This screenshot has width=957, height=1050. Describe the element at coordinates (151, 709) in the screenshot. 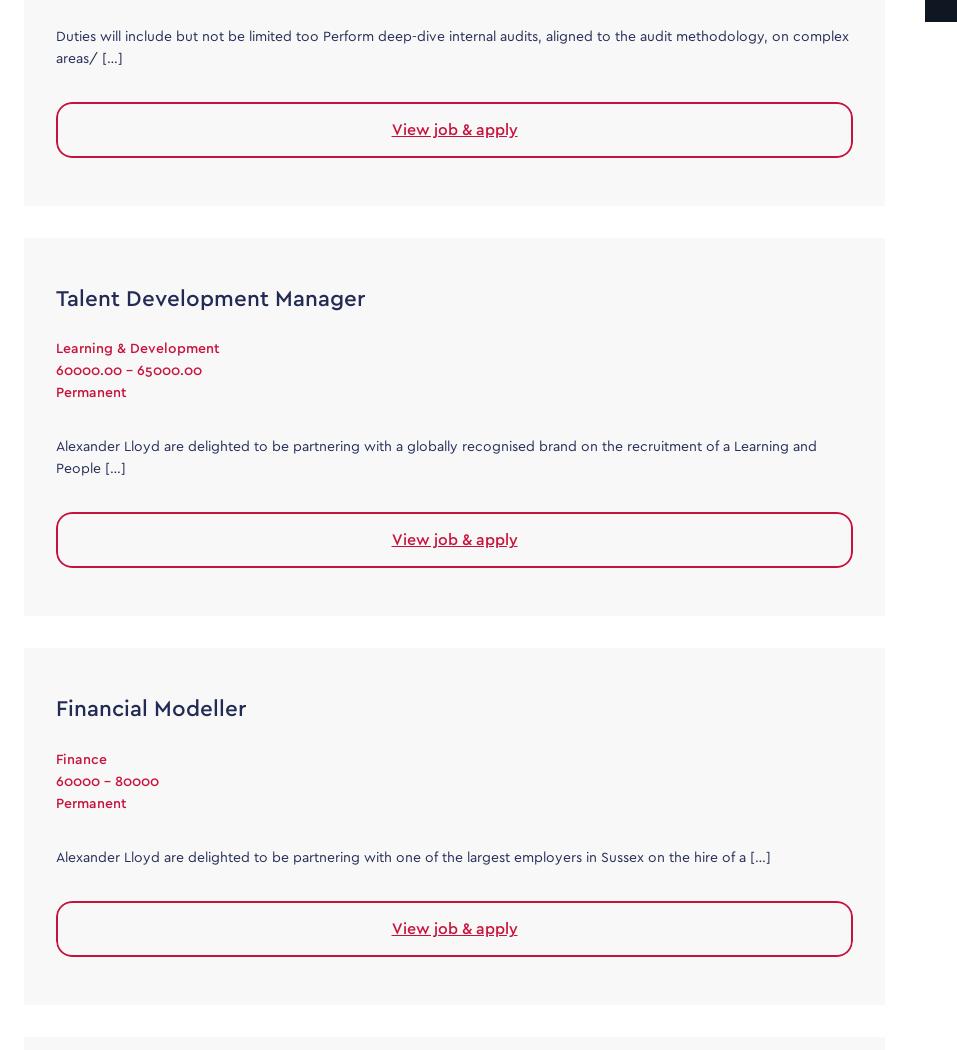

I see `'Financial Modeller'` at that location.